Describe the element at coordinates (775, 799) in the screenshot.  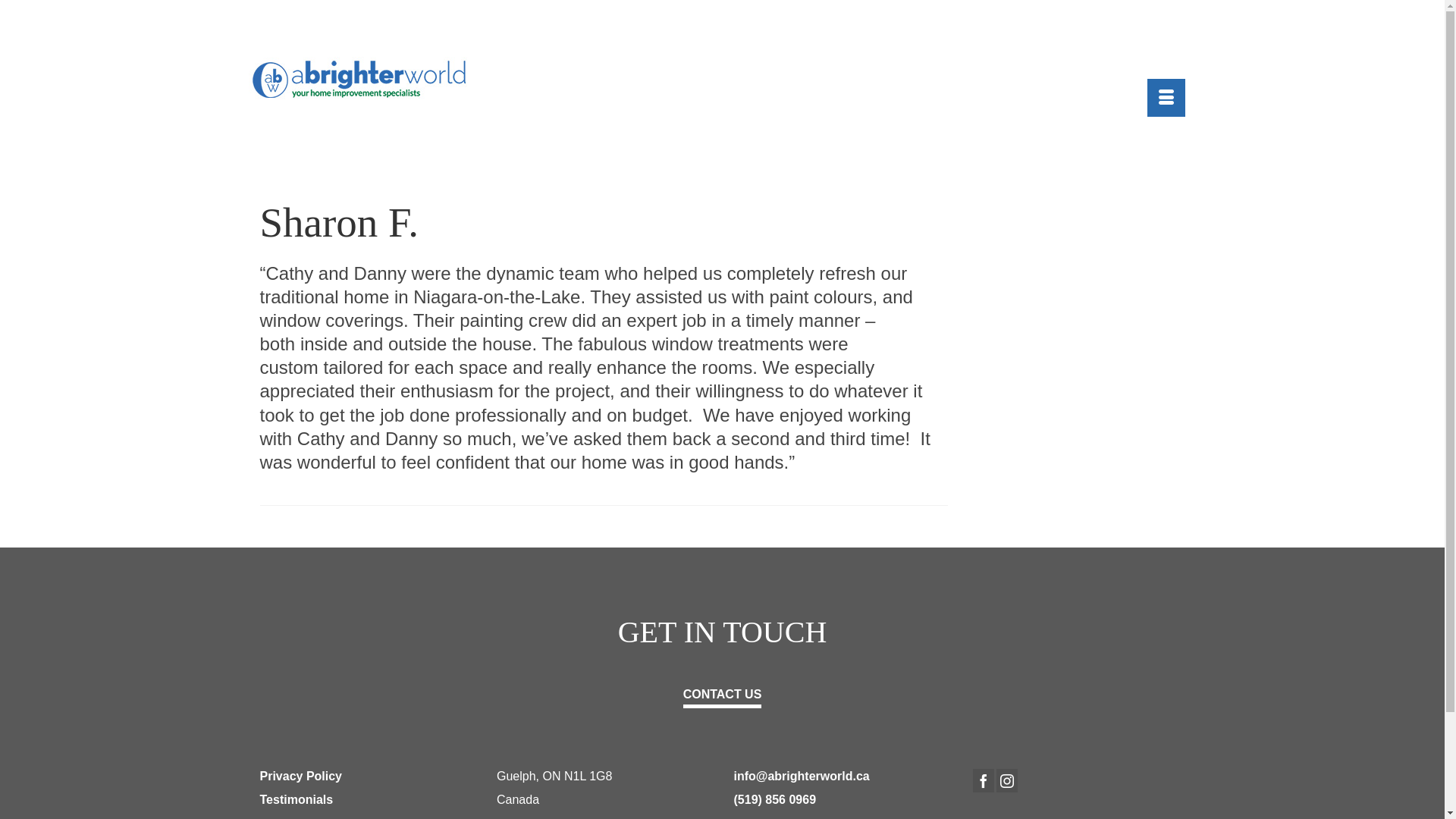
I see `'(519) 856 0969'` at that location.